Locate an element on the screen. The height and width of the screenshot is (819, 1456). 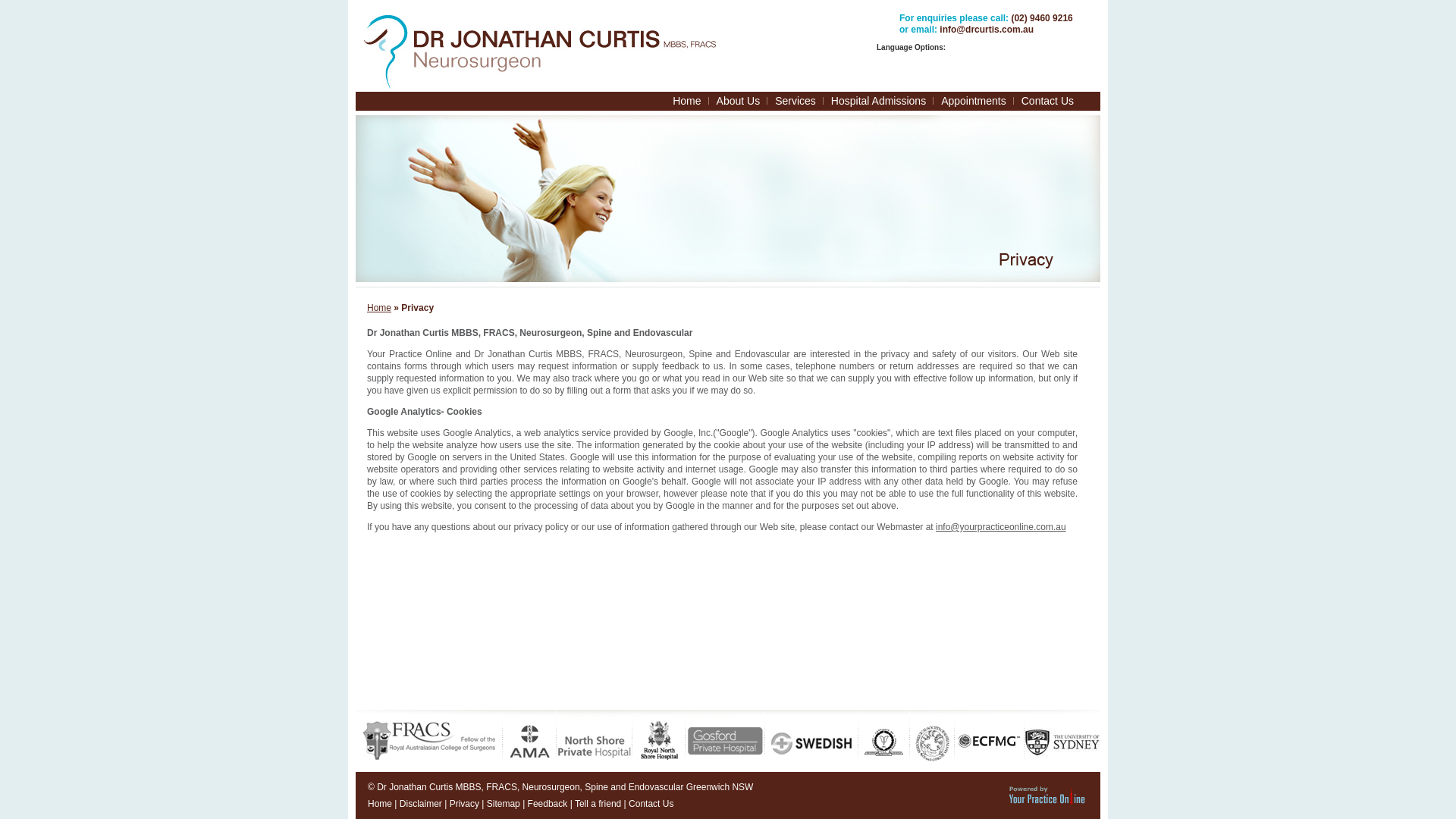
'Tell a friend' is located at coordinates (597, 803).